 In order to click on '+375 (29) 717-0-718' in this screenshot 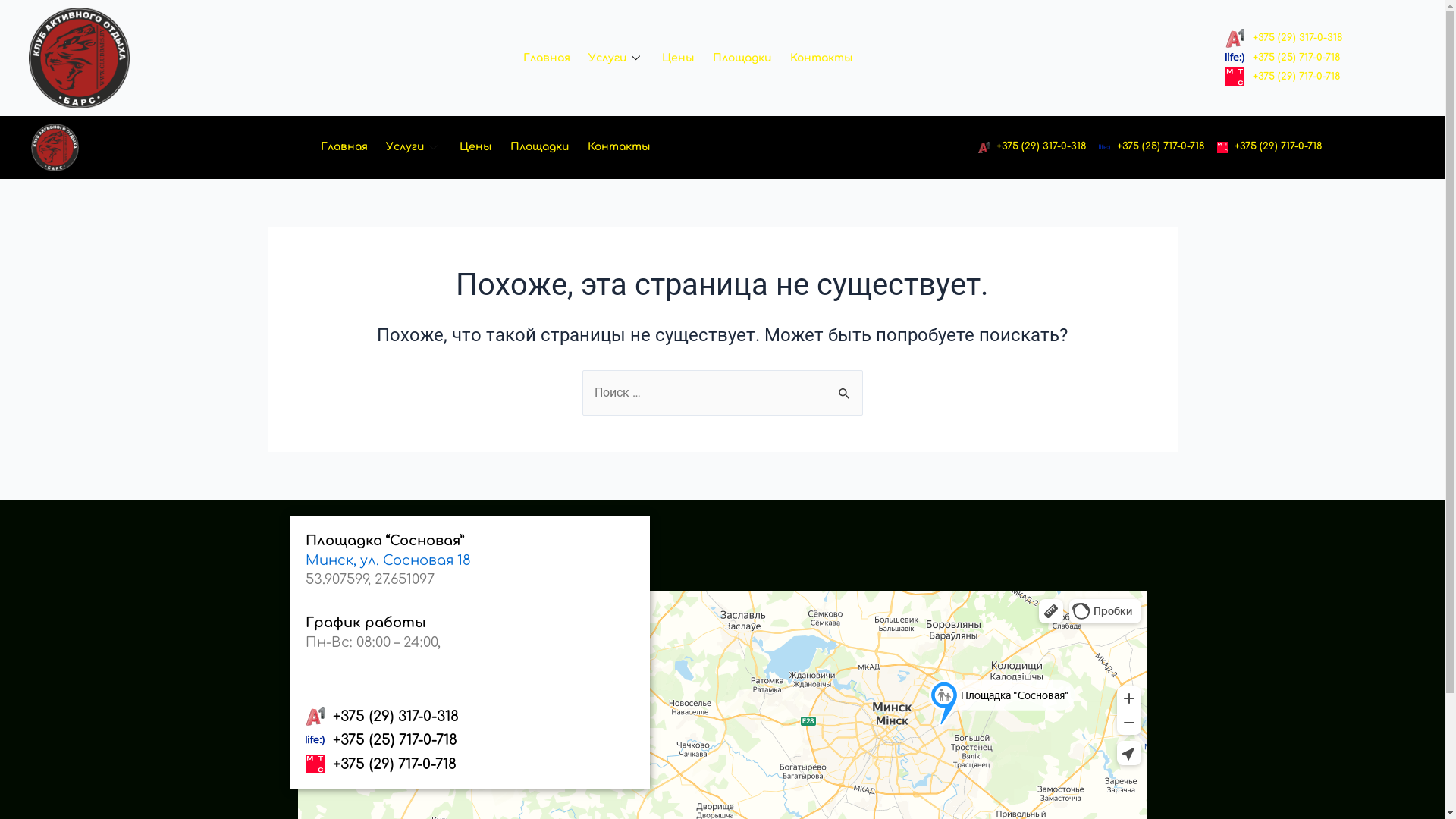, I will do `click(1216, 146)`.